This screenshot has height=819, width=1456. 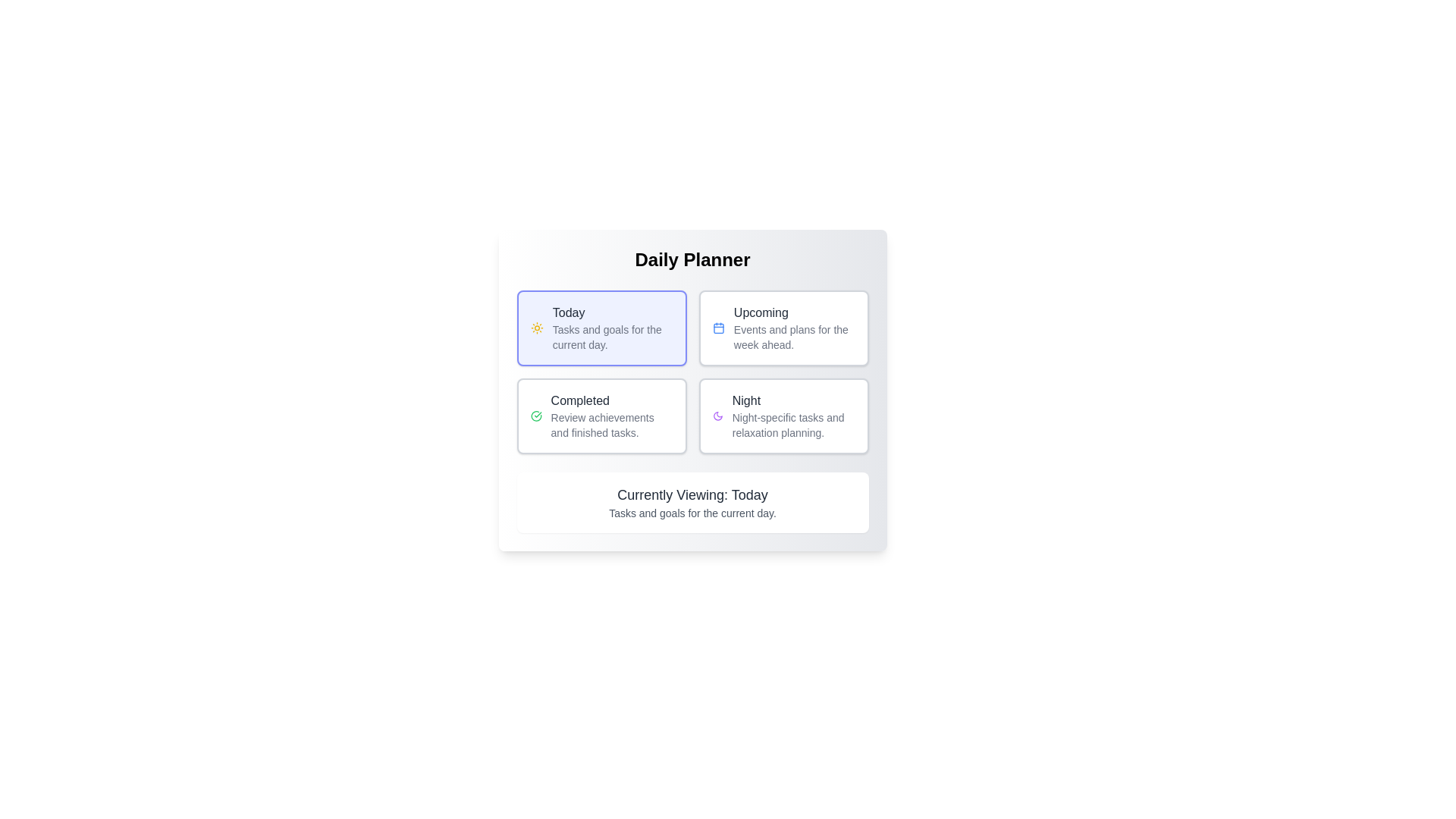 I want to click on the 'Today' category button in the daily planner interface, so click(x=601, y=327).